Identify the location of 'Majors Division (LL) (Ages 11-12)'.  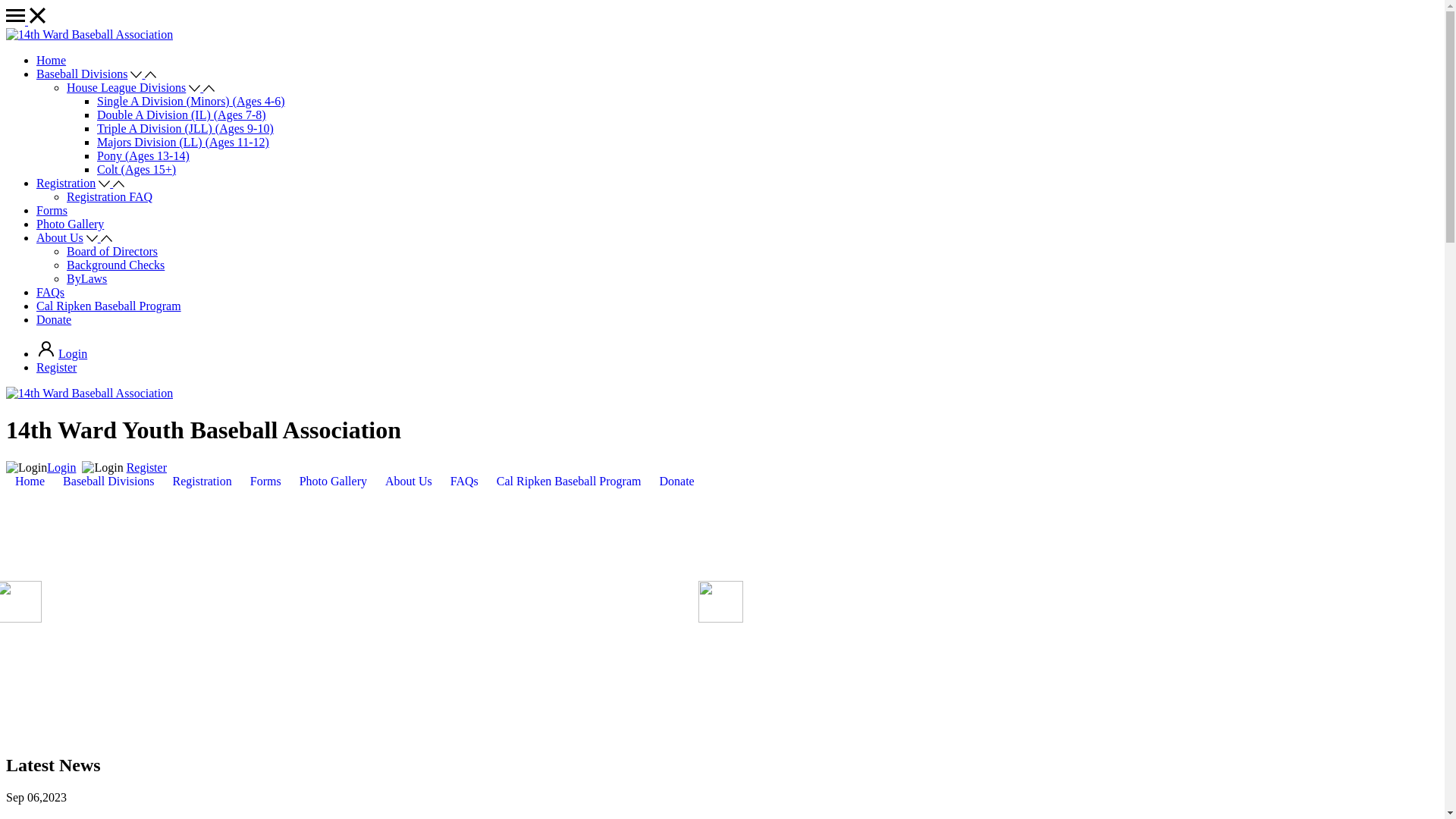
(182, 142).